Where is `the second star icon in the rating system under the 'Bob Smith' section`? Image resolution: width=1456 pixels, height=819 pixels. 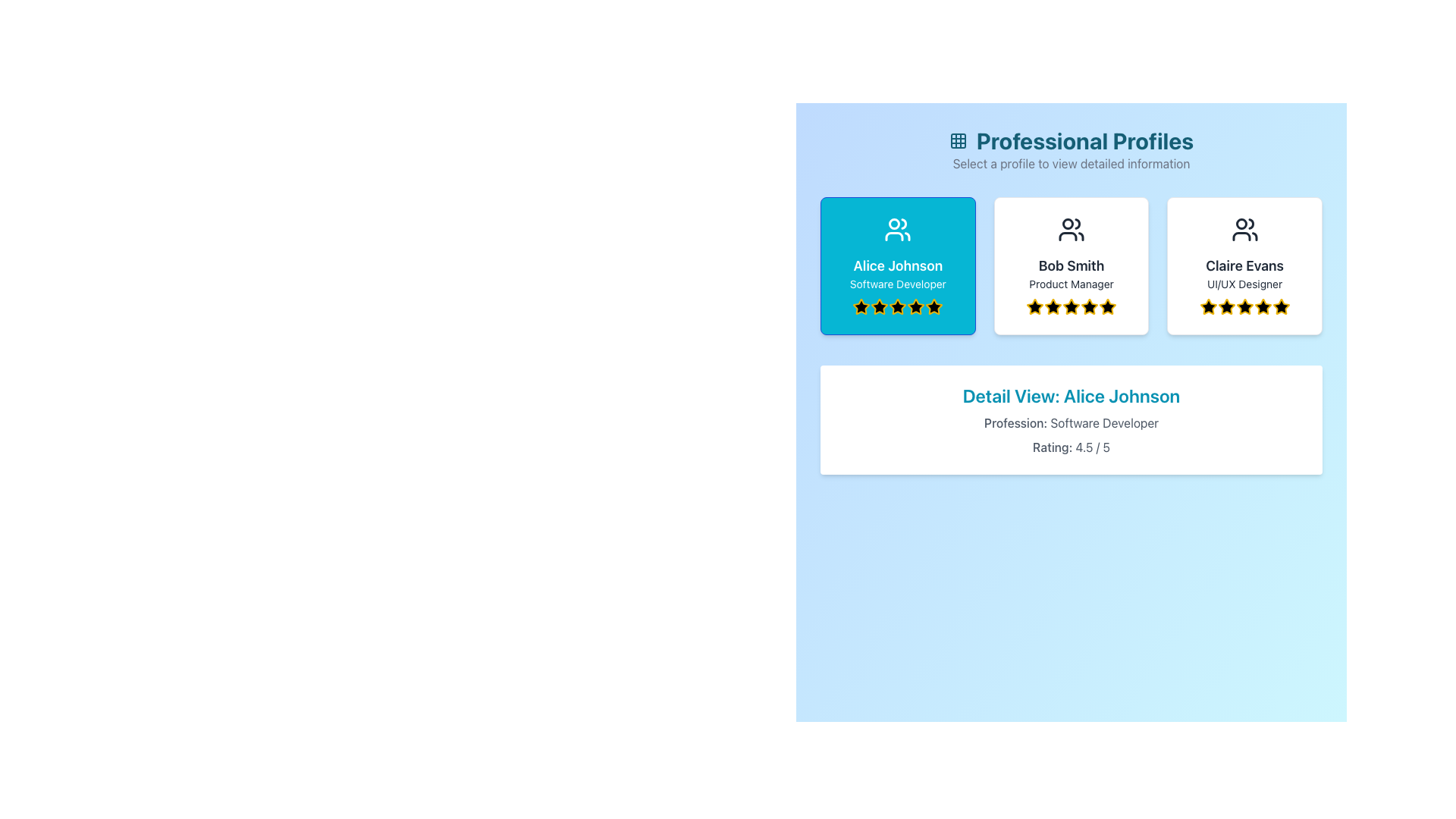
the second star icon in the rating system under the 'Bob Smith' section is located at coordinates (1107, 306).